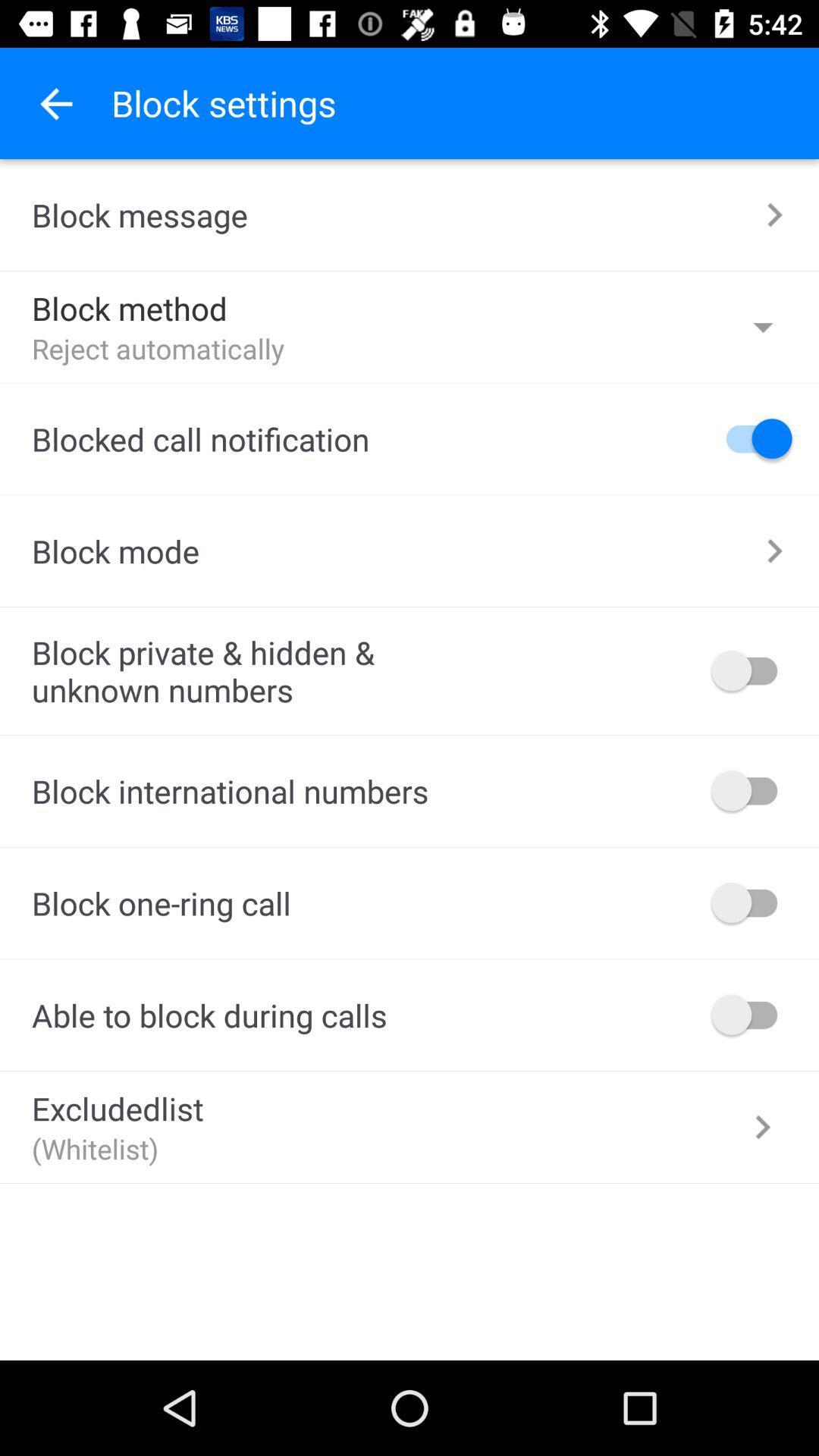  Describe the element at coordinates (752, 789) in the screenshot. I see `block settings for international numbers` at that location.